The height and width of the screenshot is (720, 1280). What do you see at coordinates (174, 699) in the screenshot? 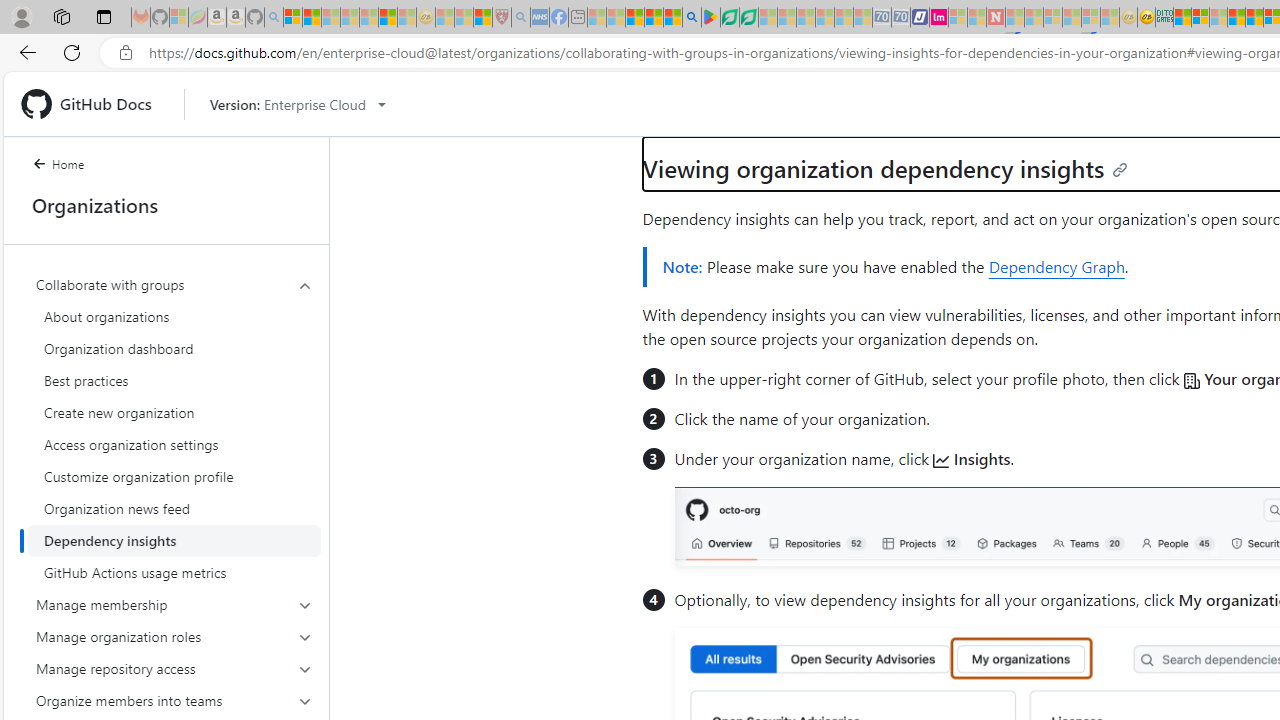
I see `'Organize members into teams'` at bounding box center [174, 699].